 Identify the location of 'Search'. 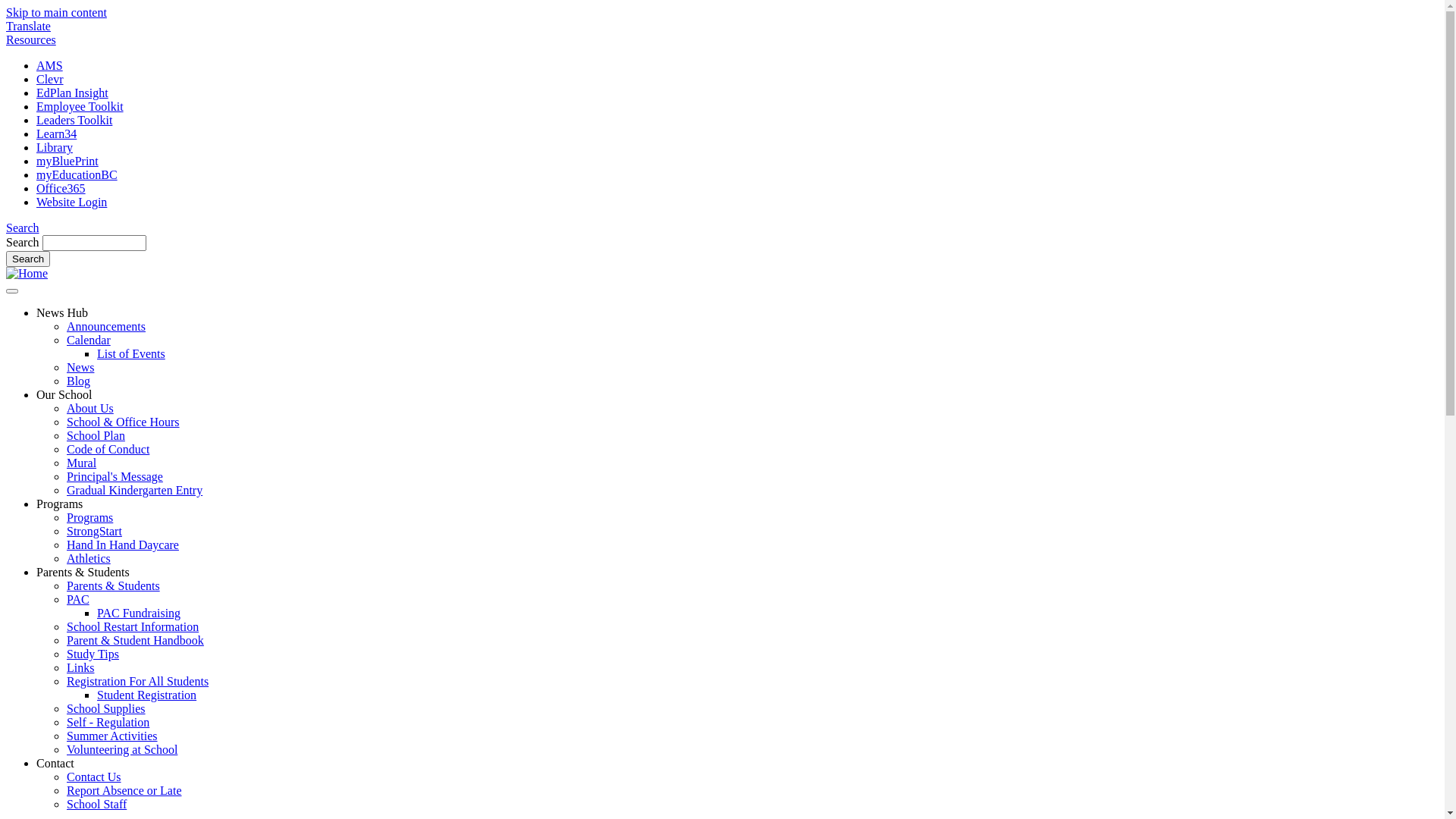
(28, 258).